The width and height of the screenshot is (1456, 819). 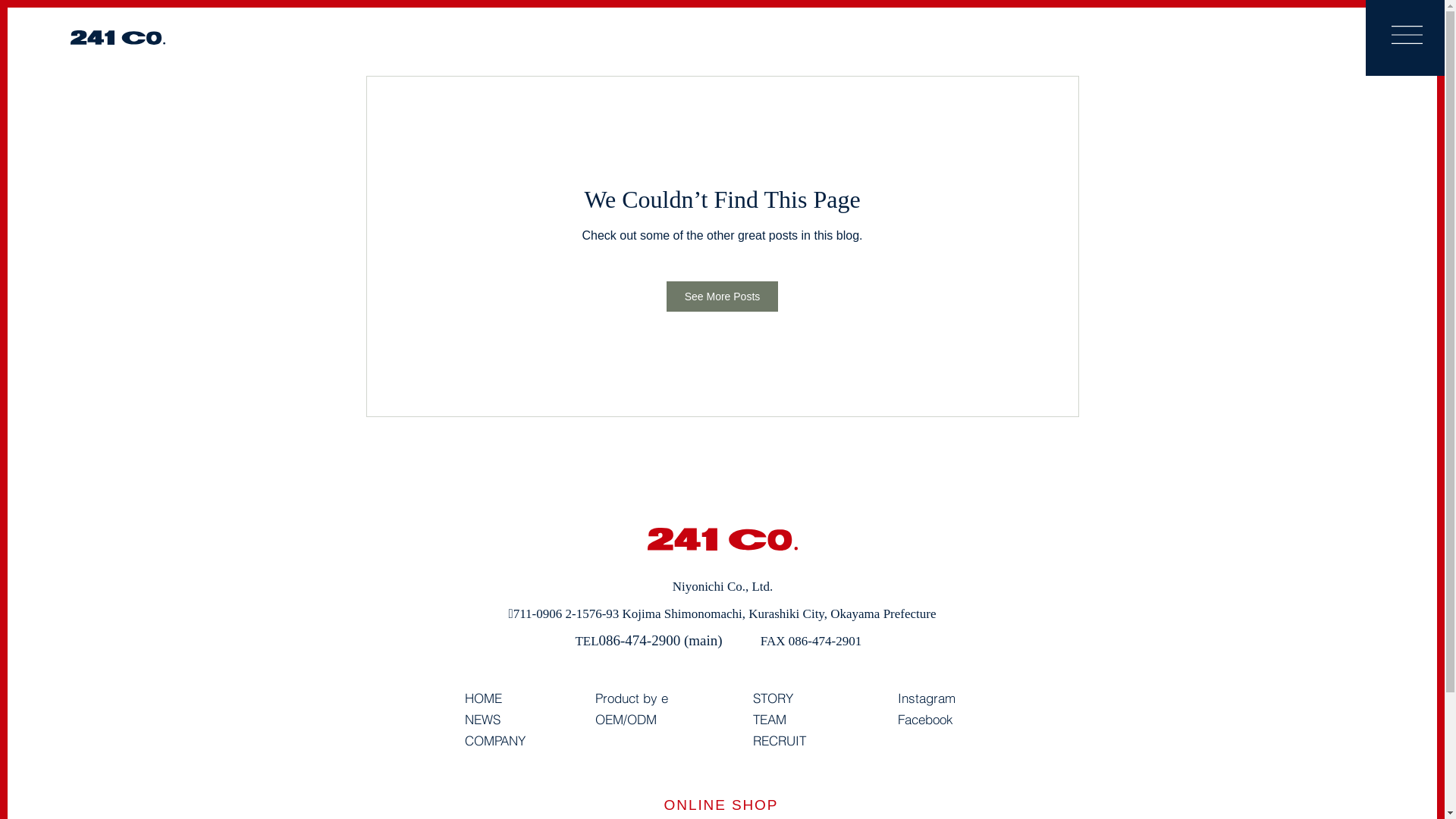 What do you see at coordinates (625, 719) in the screenshot?
I see `'OEM/ODM'` at bounding box center [625, 719].